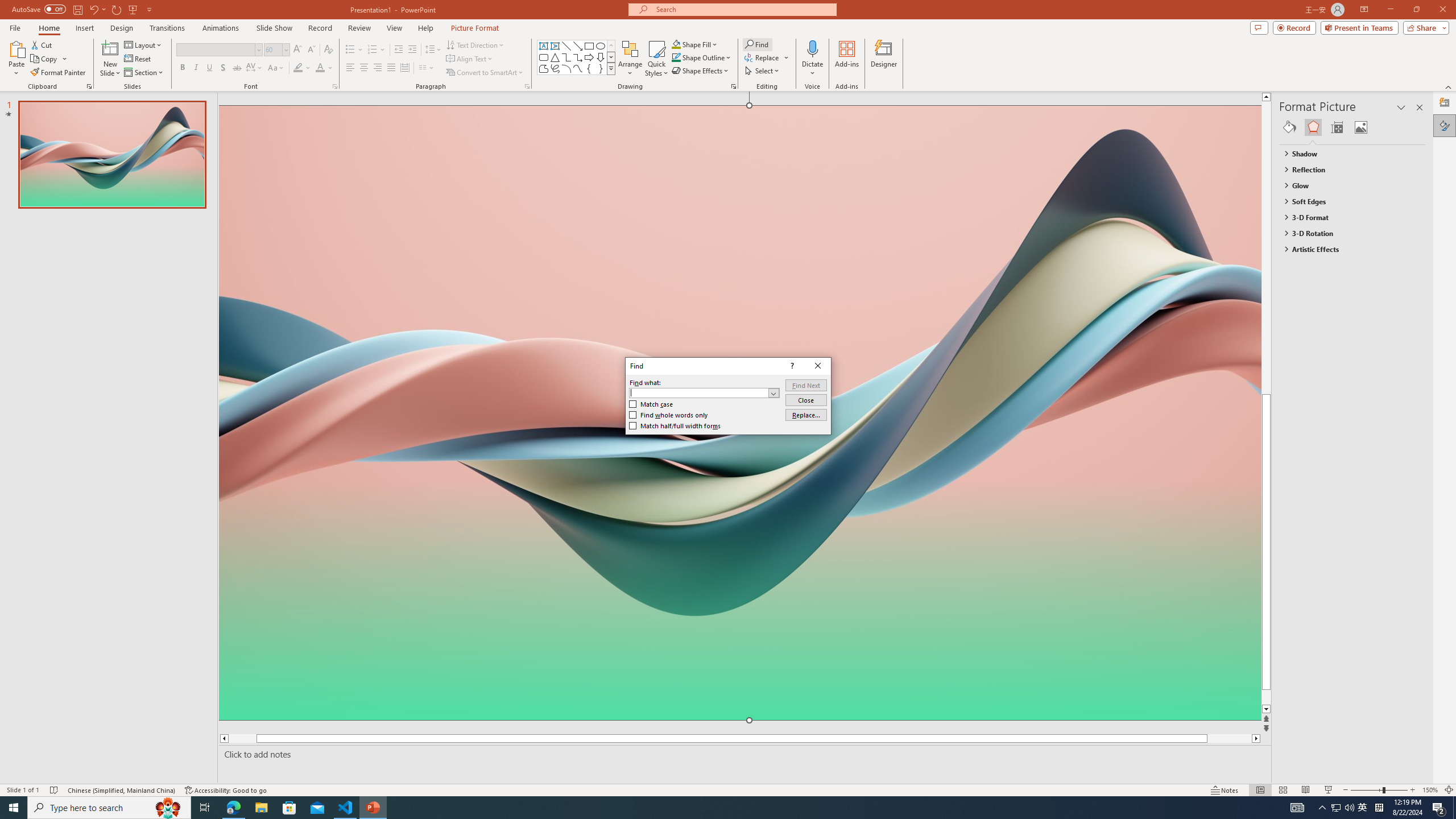  I want to click on 'Oval', so click(600, 45).